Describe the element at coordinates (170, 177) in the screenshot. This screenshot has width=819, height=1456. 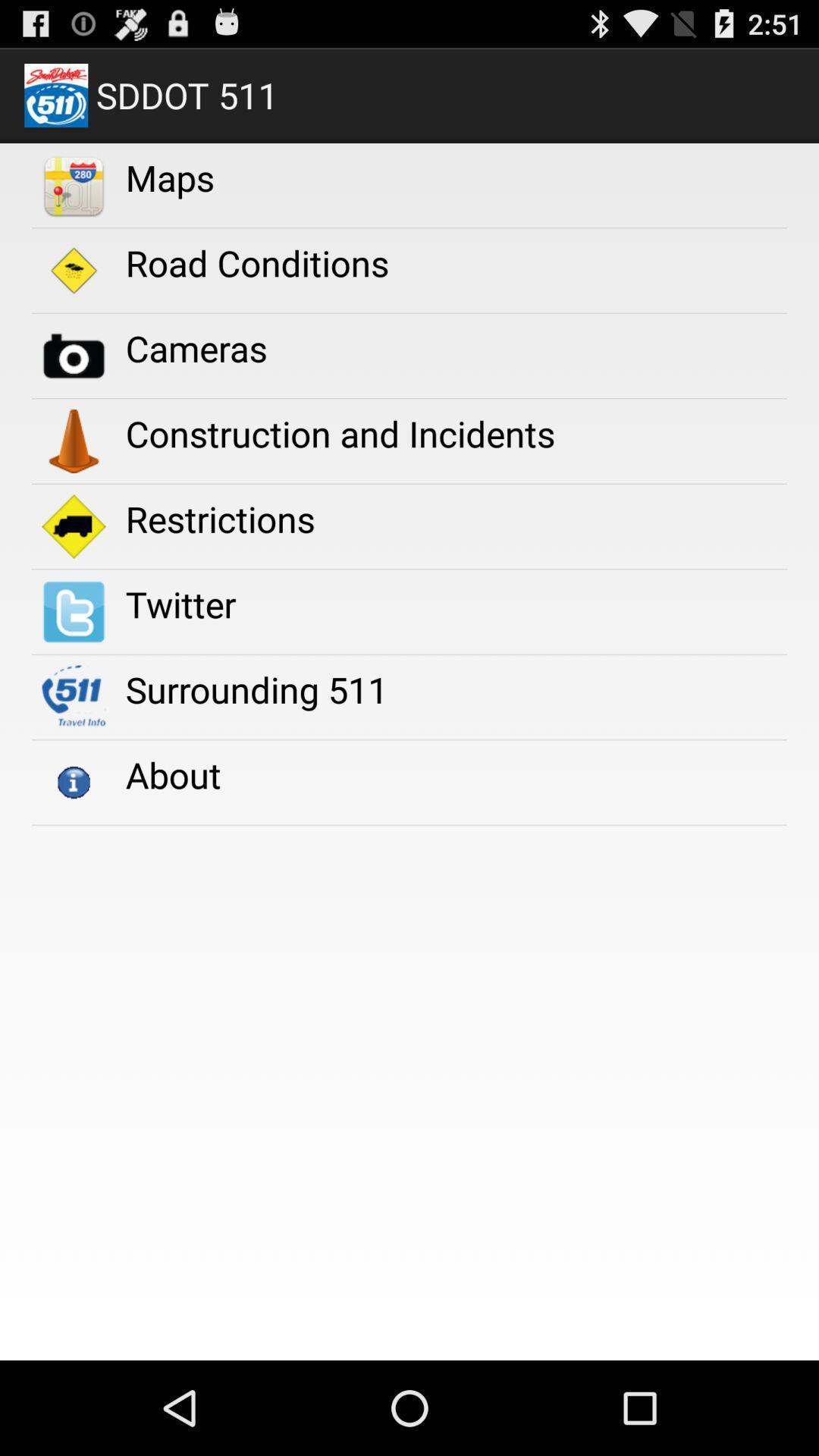
I see `maps item` at that location.